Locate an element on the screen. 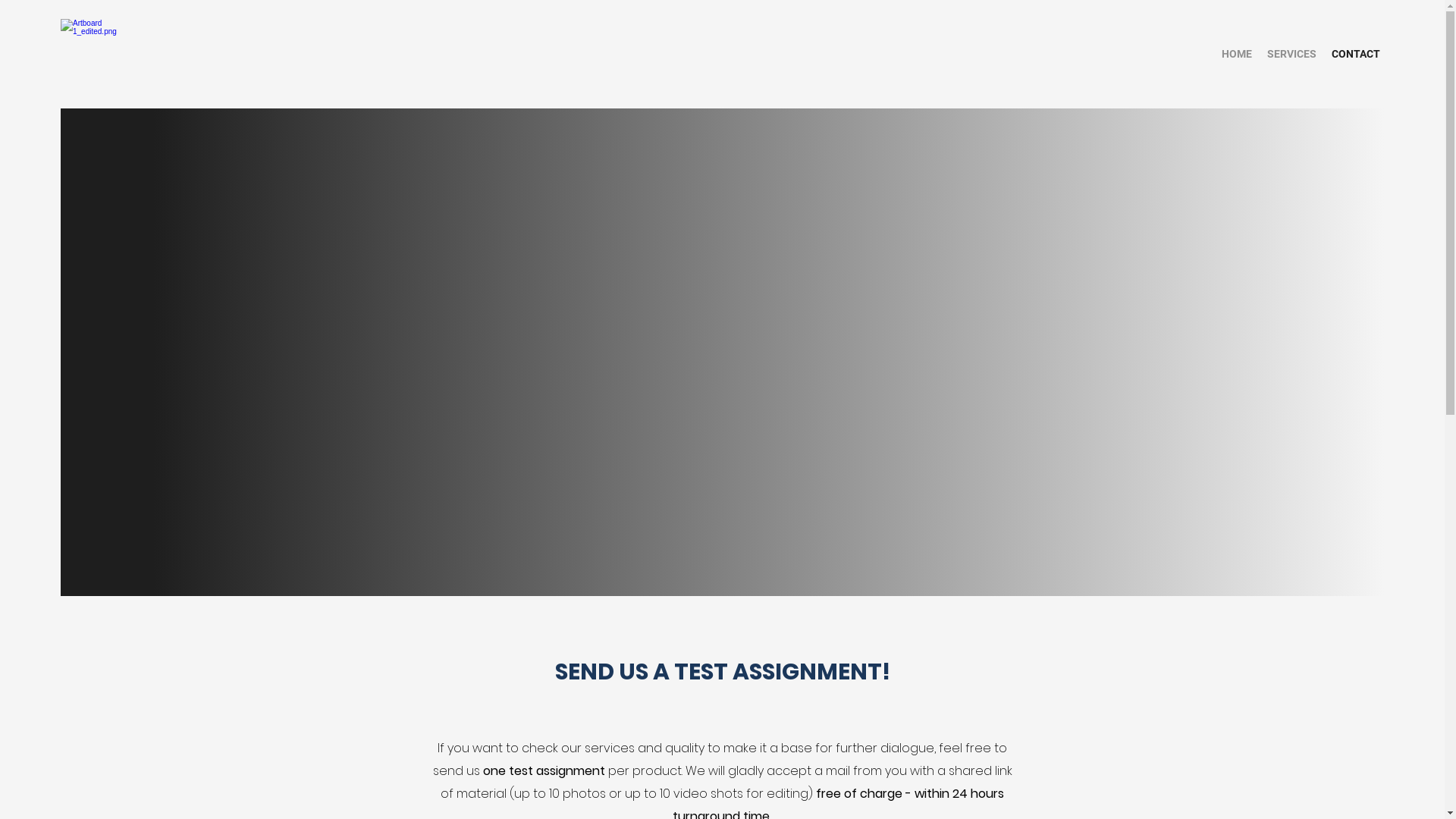 The height and width of the screenshot is (819, 1456). 'CONTACT' is located at coordinates (1356, 53).